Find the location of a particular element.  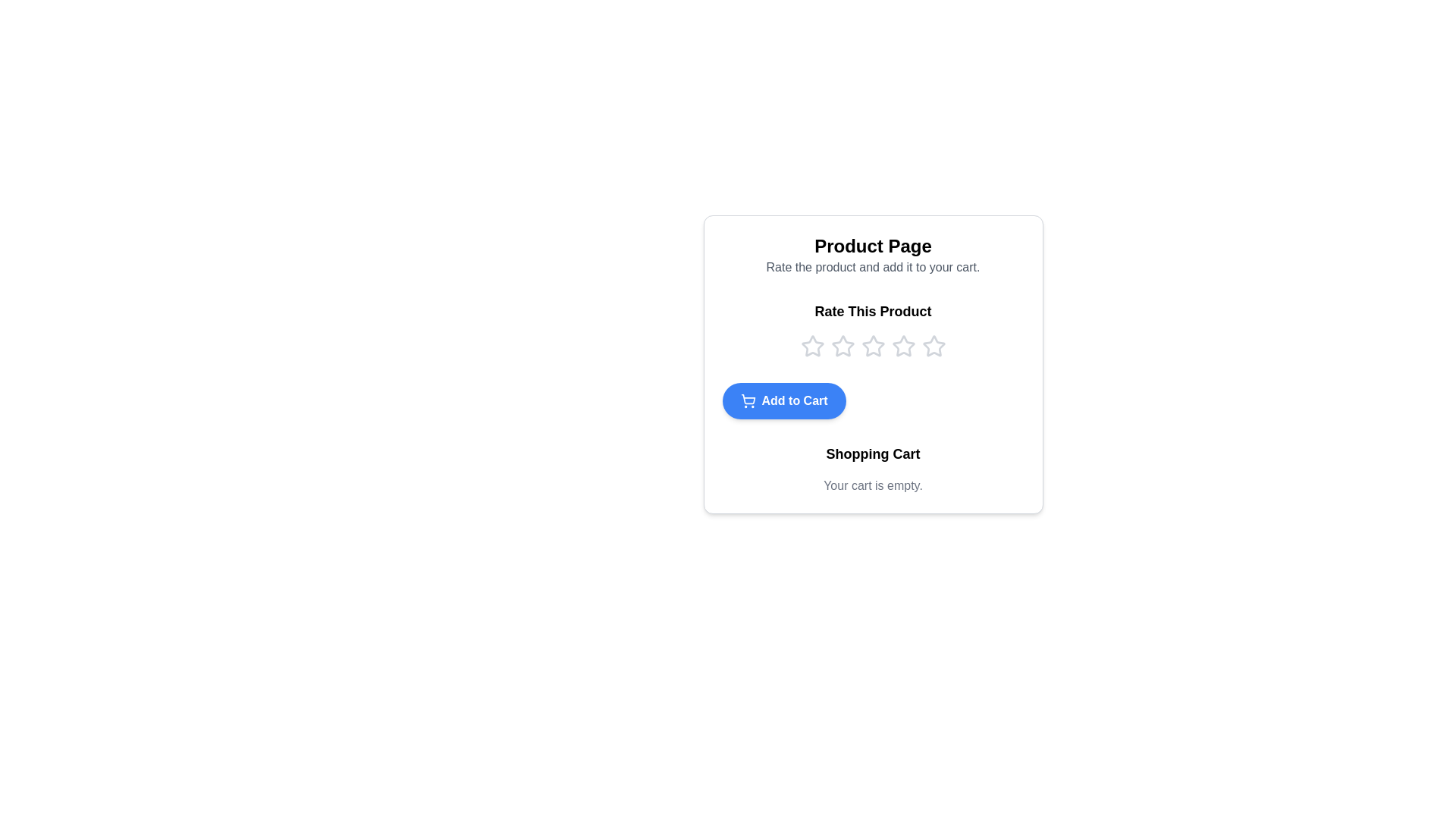

the second star icon in the rating mechanism located under the 'Rate This Product' text is located at coordinates (842, 346).